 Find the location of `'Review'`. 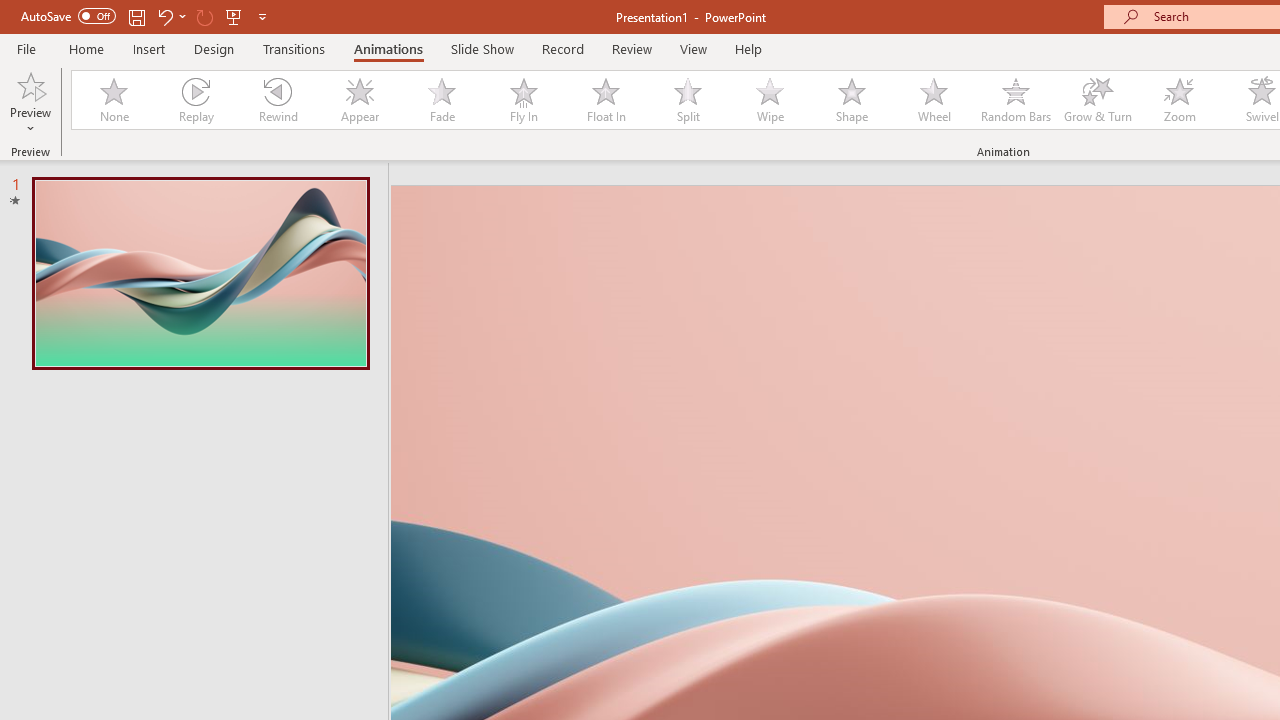

'Review' is located at coordinates (630, 48).